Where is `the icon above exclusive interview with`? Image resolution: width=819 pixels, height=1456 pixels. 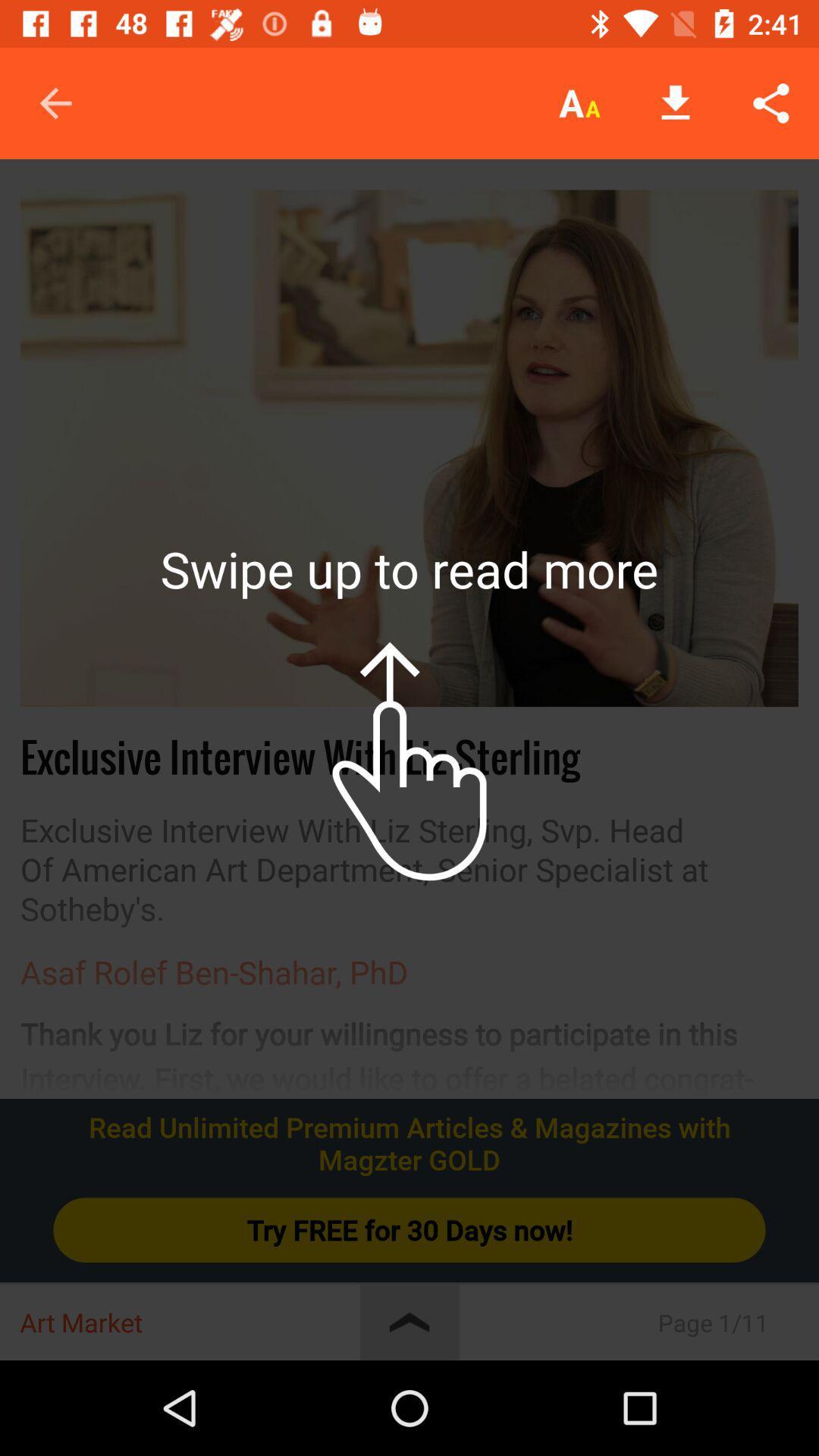 the icon above exclusive interview with is located at coordinates (409, 447).